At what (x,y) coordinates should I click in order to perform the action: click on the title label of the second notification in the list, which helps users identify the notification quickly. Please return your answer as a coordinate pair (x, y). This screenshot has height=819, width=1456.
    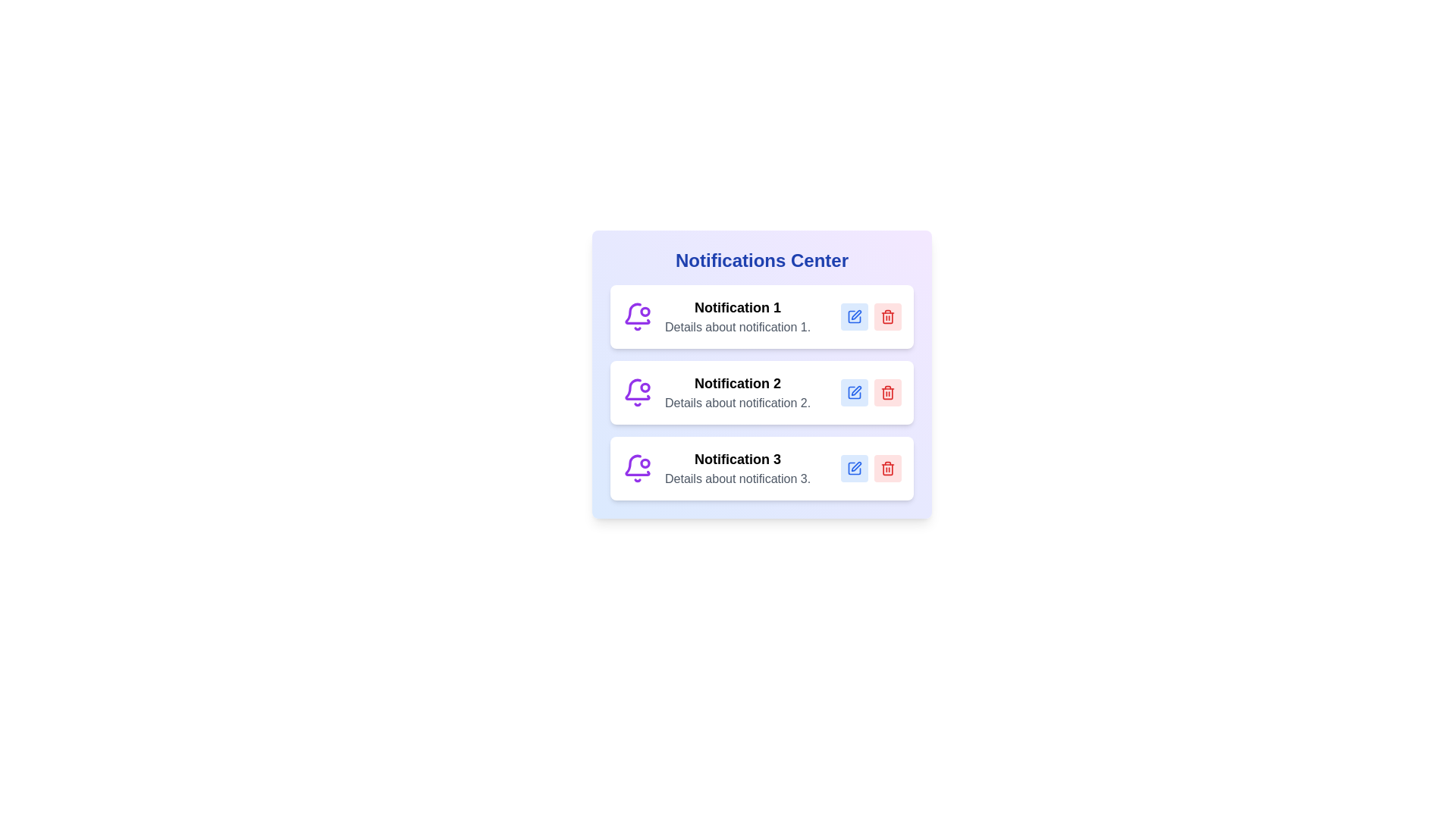
    Looking at the image, I should click on (738, 382).